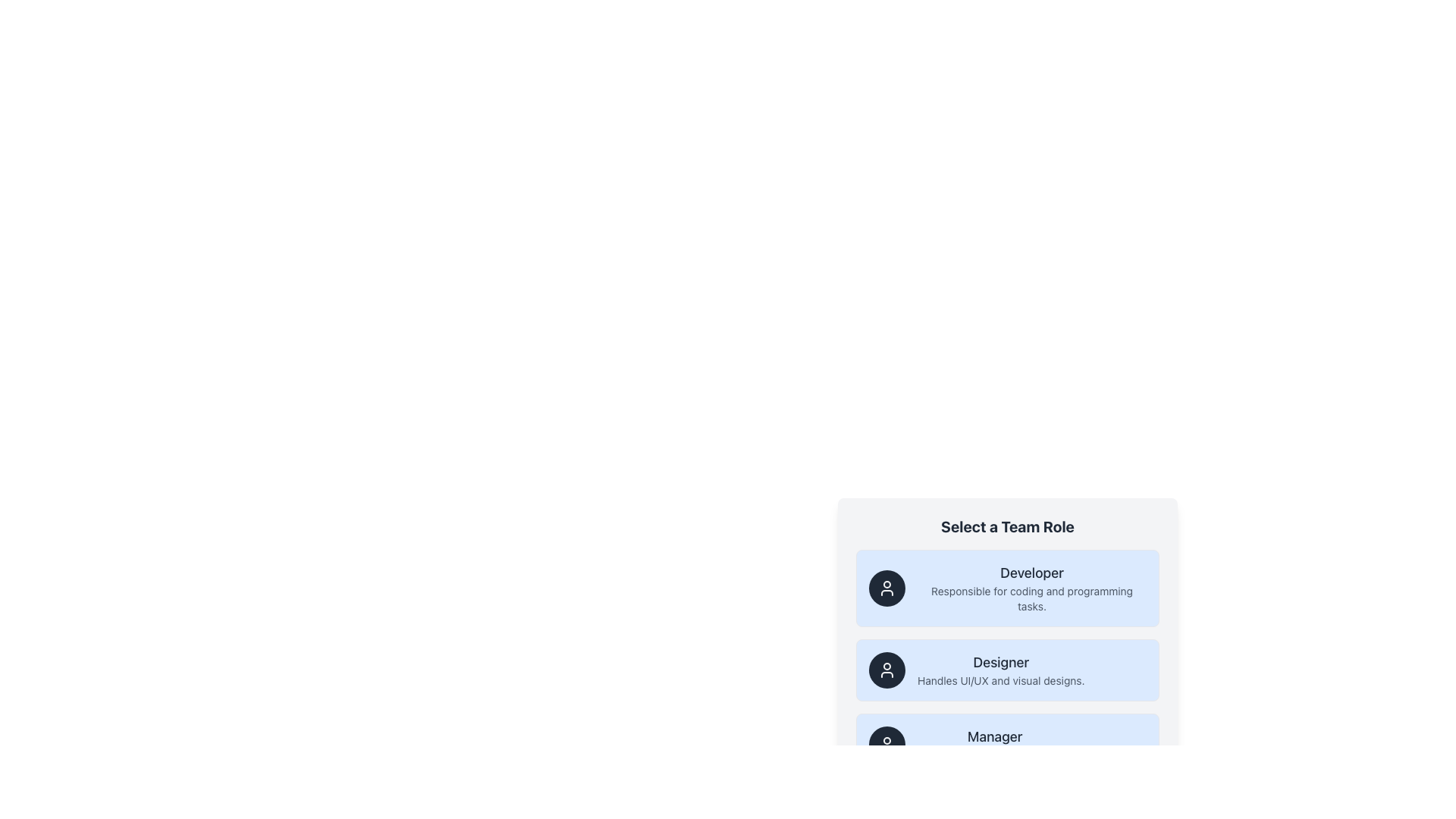 The image size is (1456, 819). Describe the element at coordinates (1008, 526) in the screenshot. I see `the bold header reading 'Select a Team Role' which is prominently styled in gray text against a white backdrop, located at the top of the section for role selection` at that location.